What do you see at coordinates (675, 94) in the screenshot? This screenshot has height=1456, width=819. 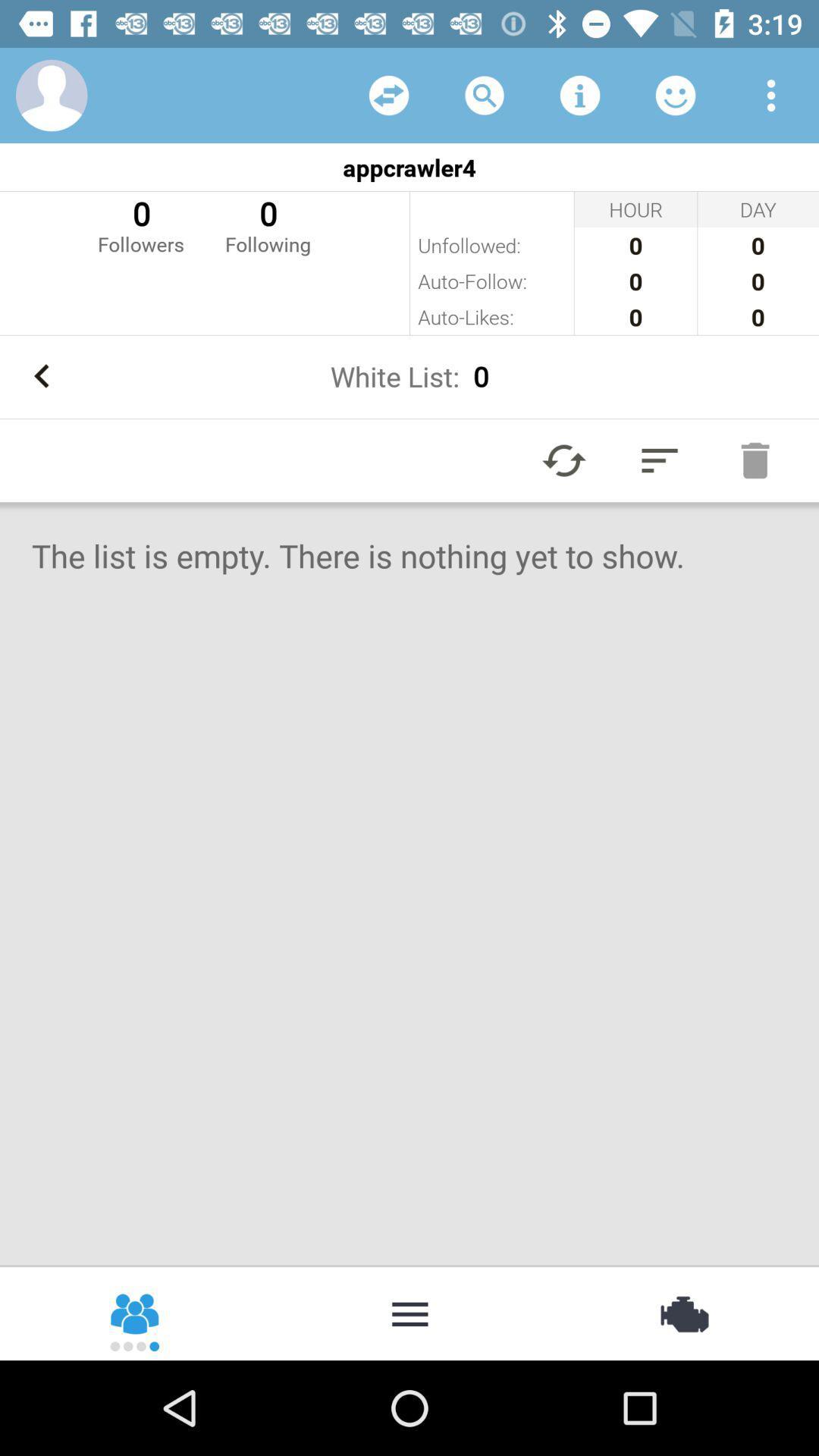 I see `the item above the appcrawler4` at bounding box center [675, 94].